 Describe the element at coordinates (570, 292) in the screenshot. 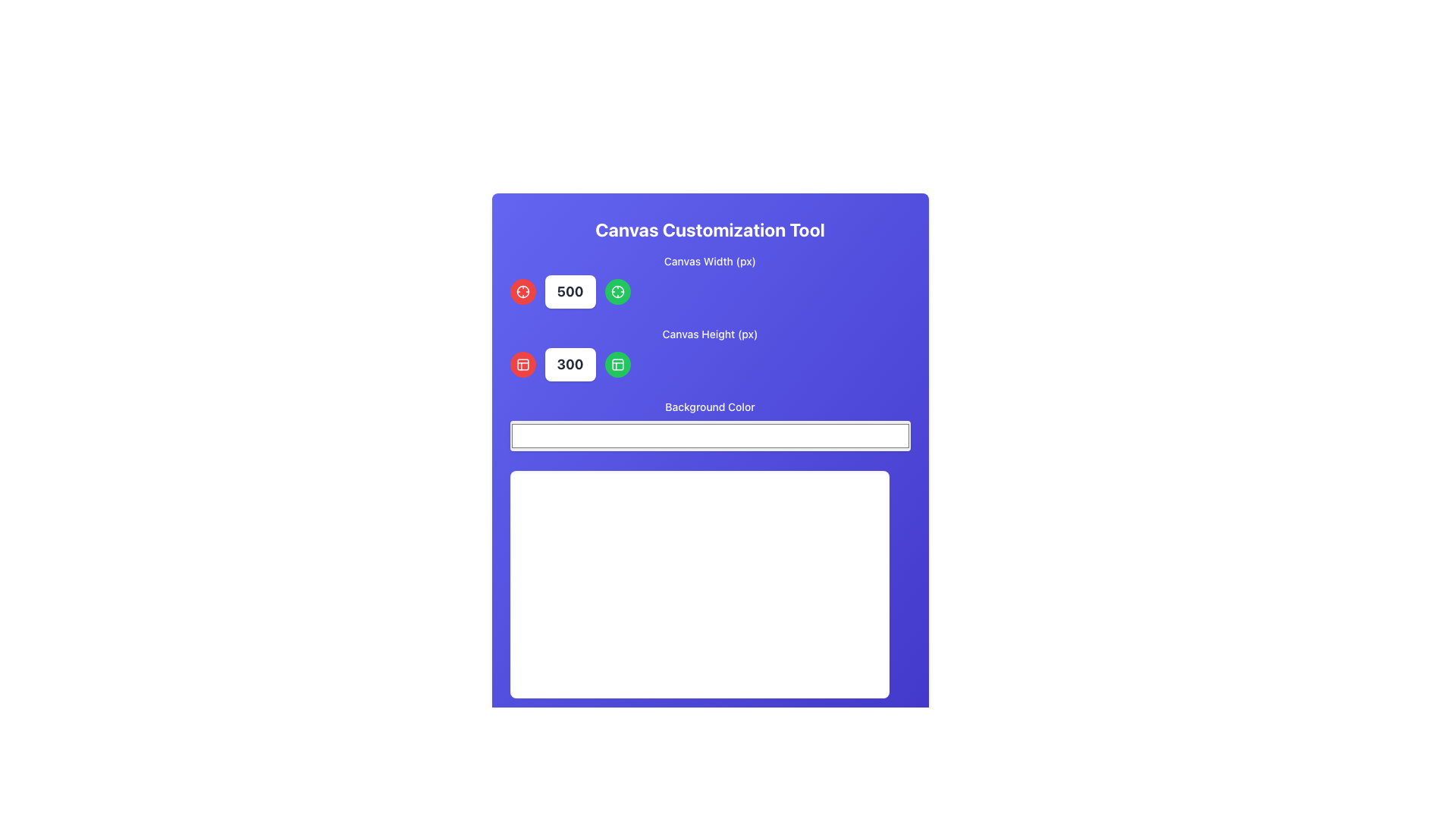

I see `the Text Display Box that indicates the 'Canvas Width' property, located in the first field group labeled 'Canvas Width (px)', centered between a red icon button on the left and a green icon button on the right` at that location.